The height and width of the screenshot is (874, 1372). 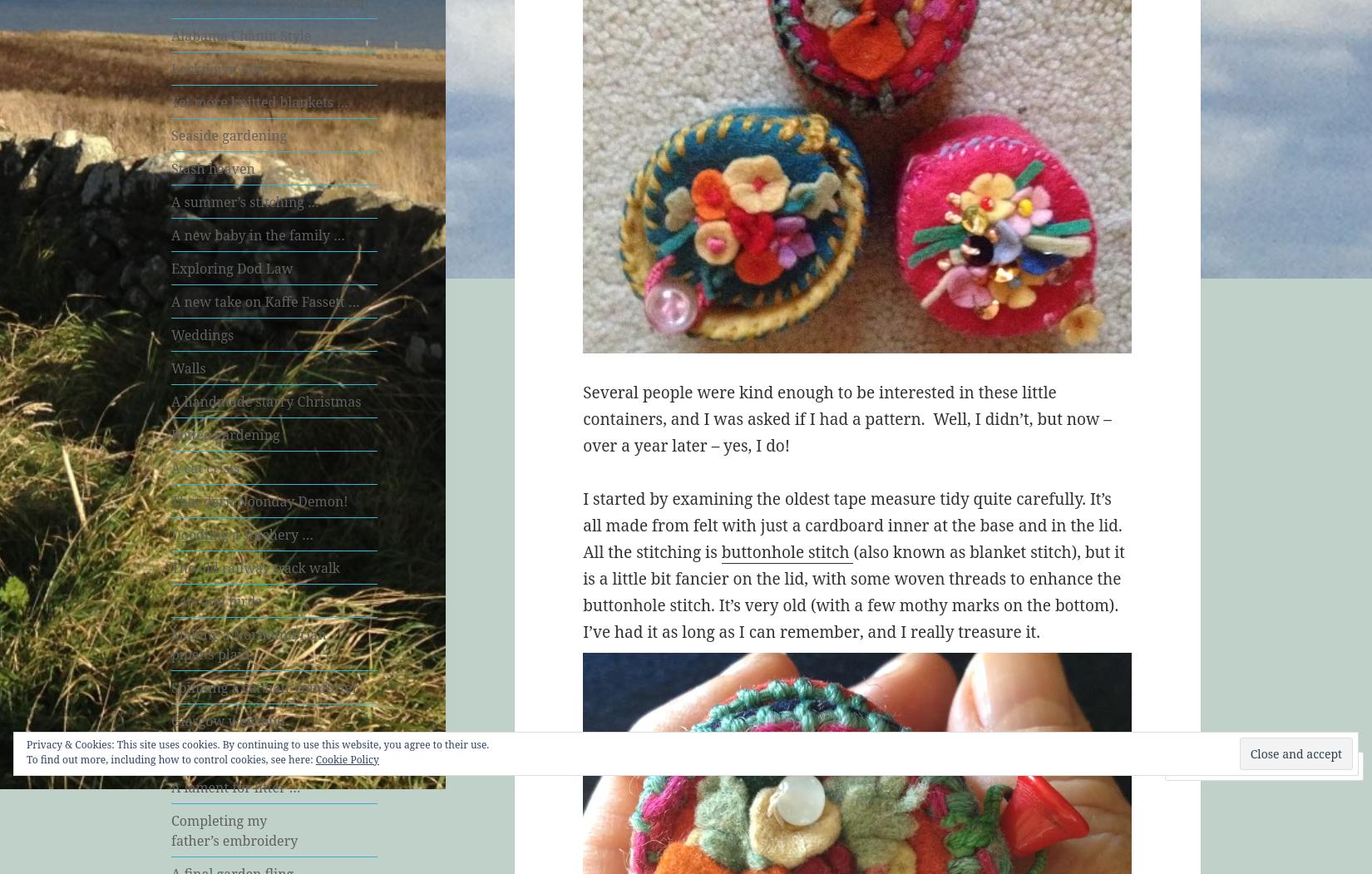 What do you see at coordinates (581, 524) in the screenshot?
I see `'I started by examining the oldest tape measure tidy quite carefully. It’s all made from felt with just a cardboard inner at the base and in the lid. All the stitching is'` at bounding box center [581, 524].